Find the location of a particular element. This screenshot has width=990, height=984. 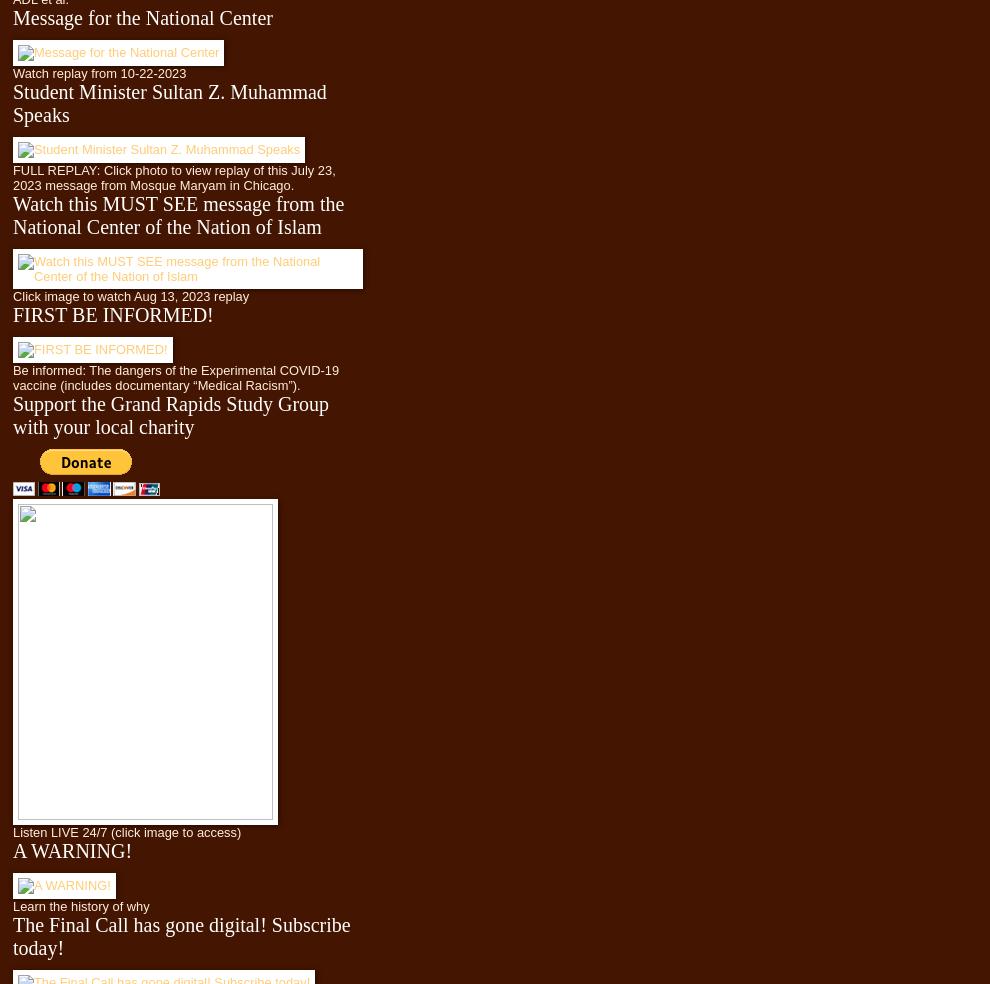

'Student Minister Sultan Z. Muhammad Speaks' is located at coordinates (11, 101).